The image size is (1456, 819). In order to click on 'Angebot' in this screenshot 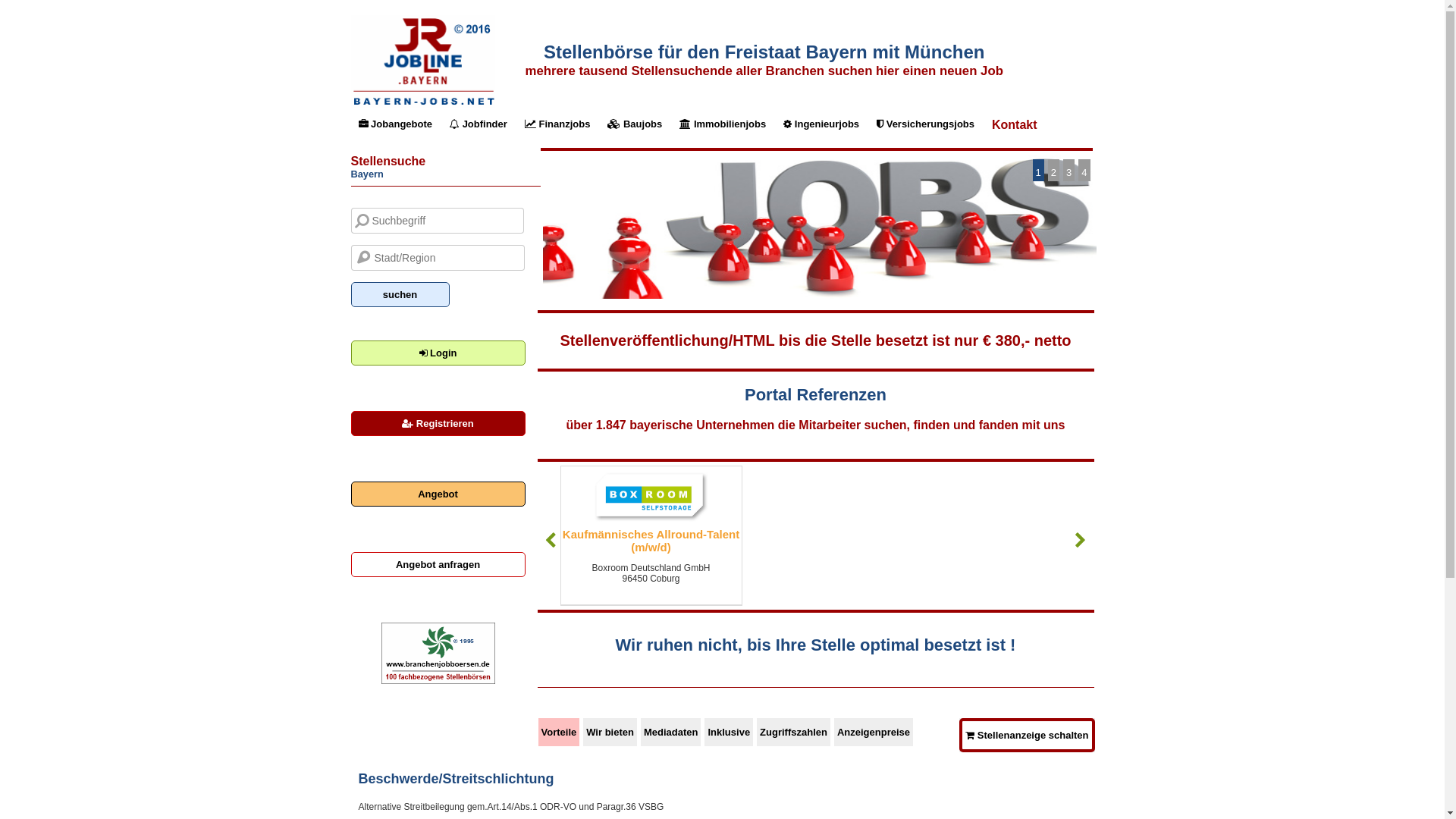, I will do `click(436, 494)`.